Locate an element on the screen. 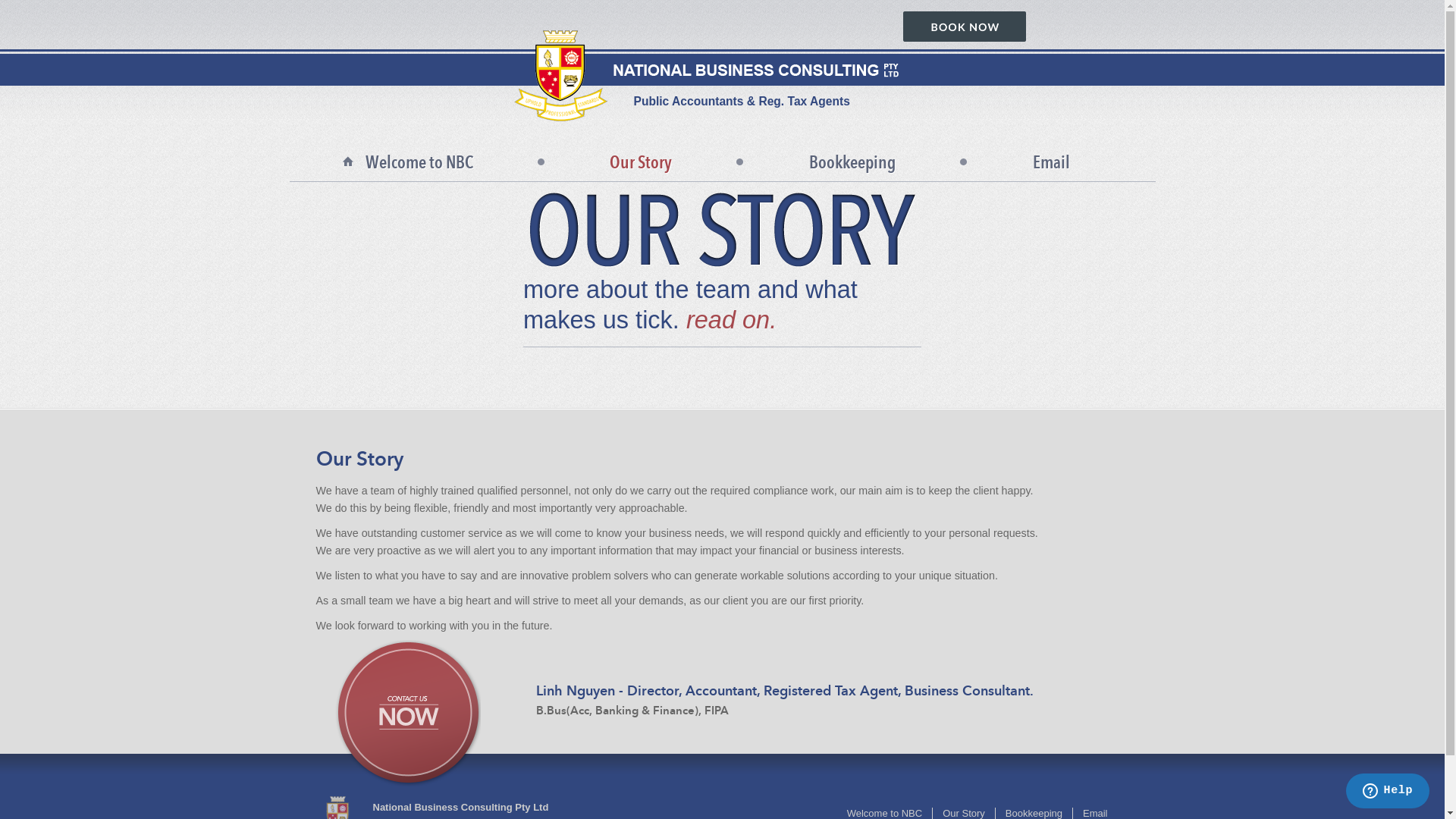 The width and height of the screenshot is (1456, 819). 'read on.' is located at coordinates (731, 318).